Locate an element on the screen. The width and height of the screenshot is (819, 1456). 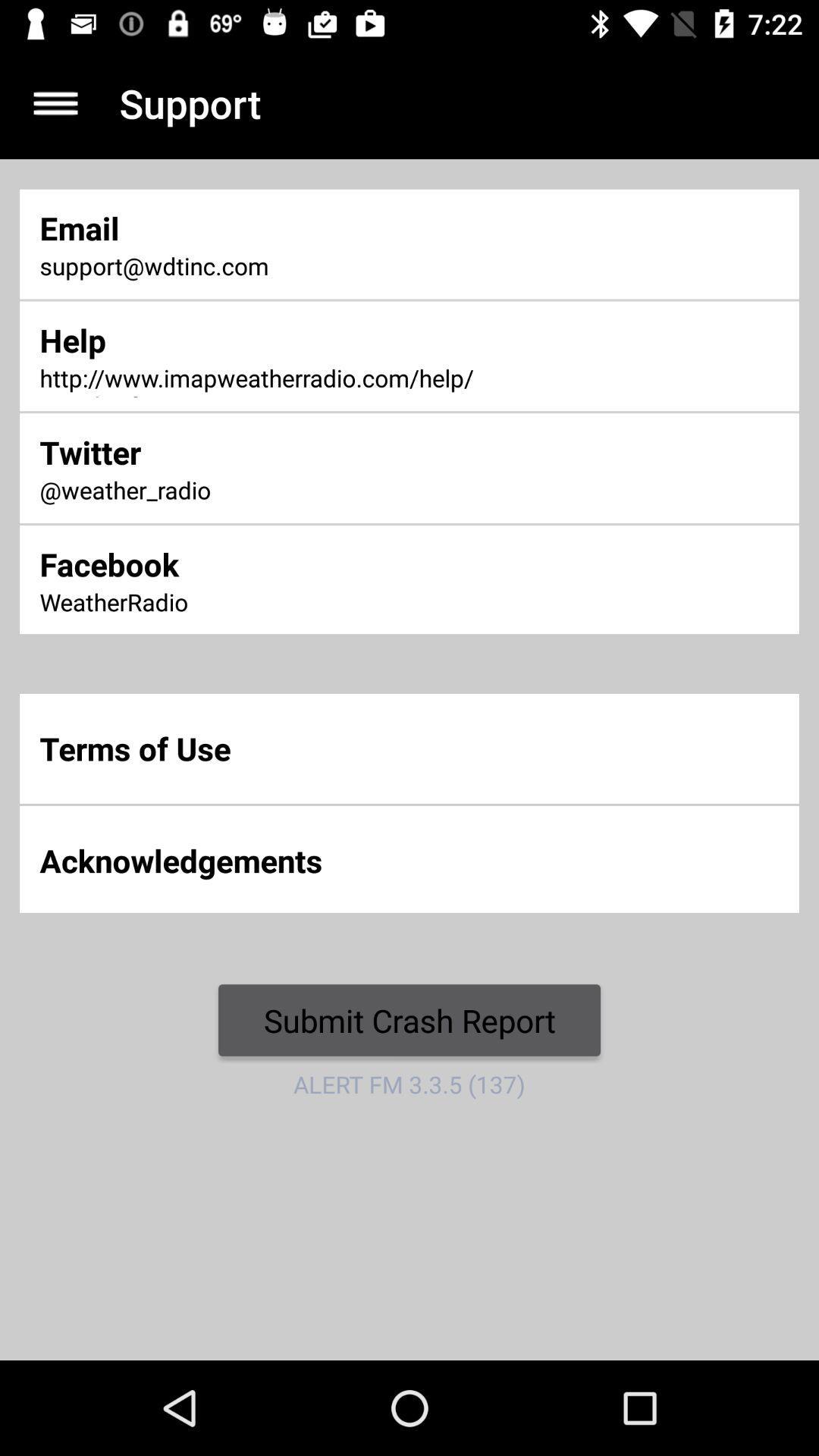
item above support@wdtinc.com icon is located at coordinates (271, 227).